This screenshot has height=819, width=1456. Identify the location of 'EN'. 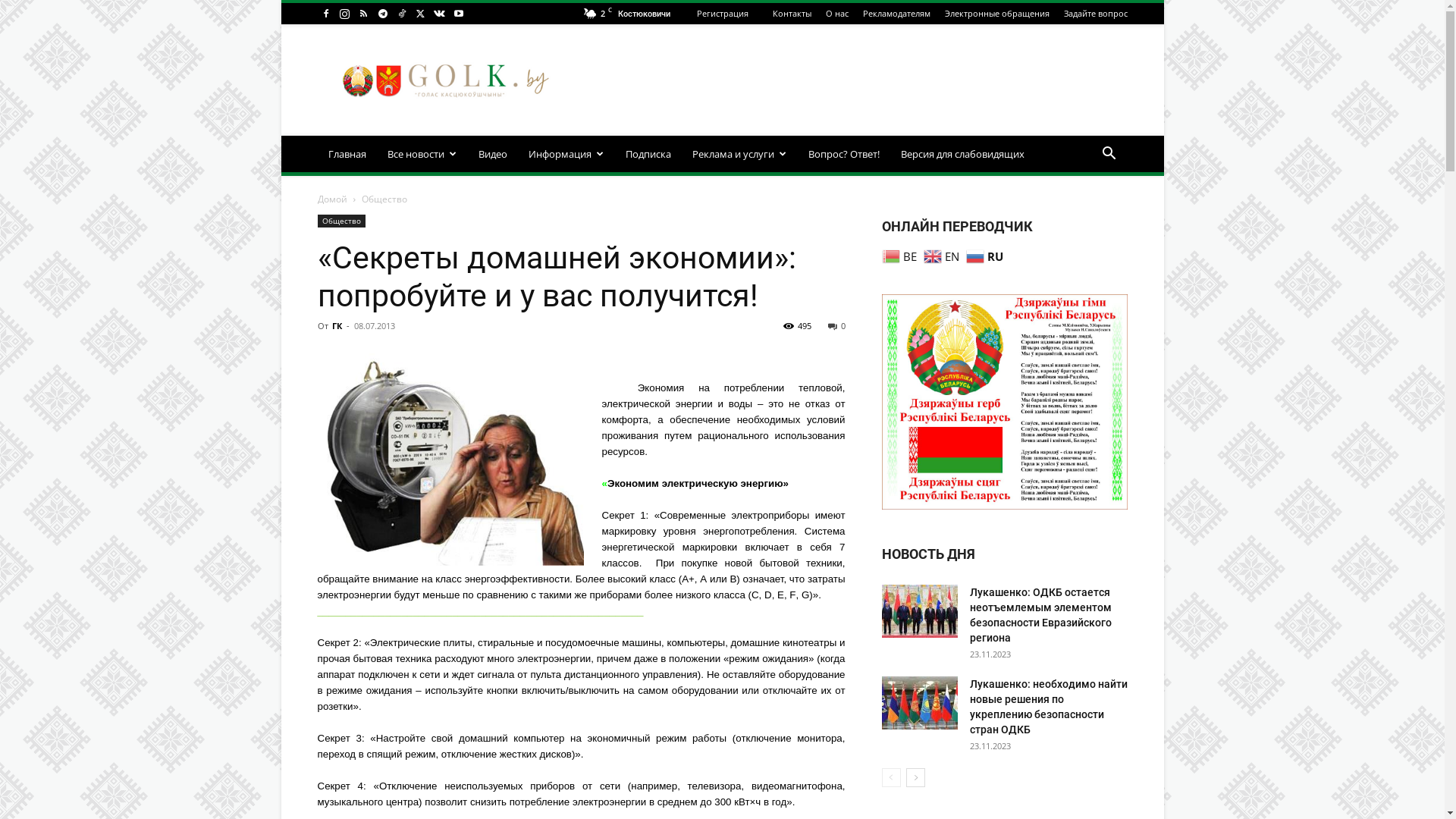
(942, 254).